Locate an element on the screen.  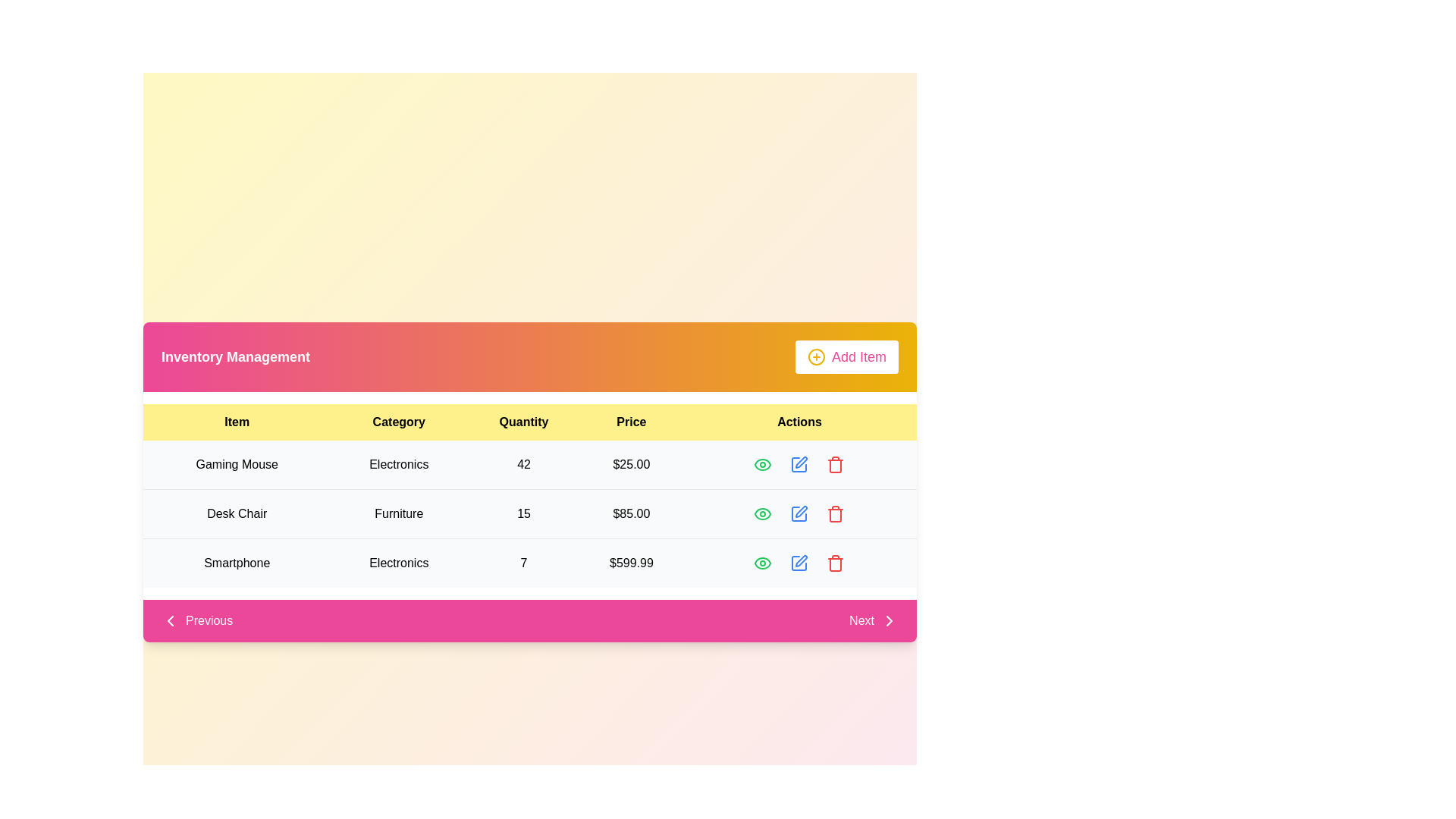
the blue pen icon in the Action Button Group located in the 'Actions' column of the 'Gaming Mouse' item row is located at coordinates (799, 464).